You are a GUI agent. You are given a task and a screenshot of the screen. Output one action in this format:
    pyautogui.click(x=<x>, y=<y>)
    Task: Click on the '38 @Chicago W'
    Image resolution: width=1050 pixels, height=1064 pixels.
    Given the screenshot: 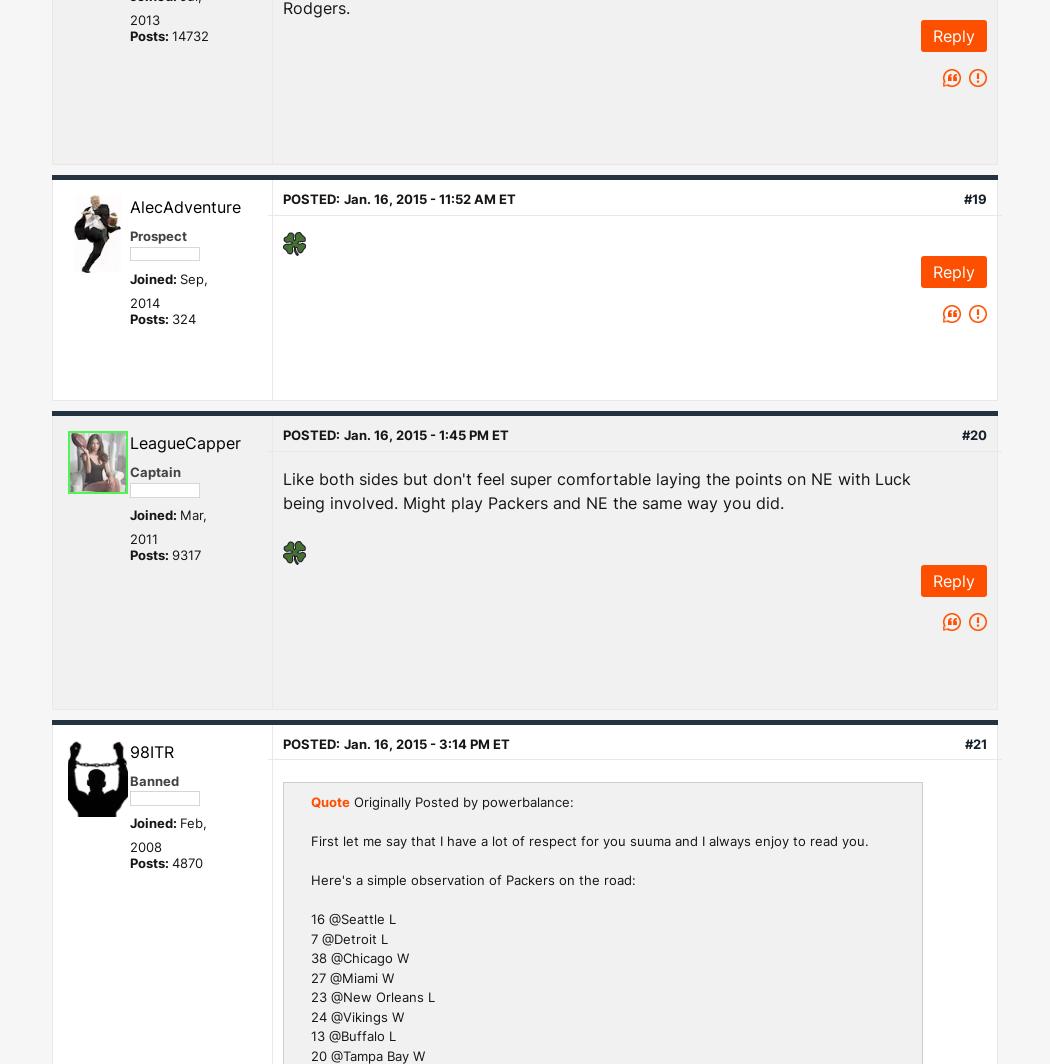 What is the action you would take?
    pyautogui.click(x=359, y=958)
    